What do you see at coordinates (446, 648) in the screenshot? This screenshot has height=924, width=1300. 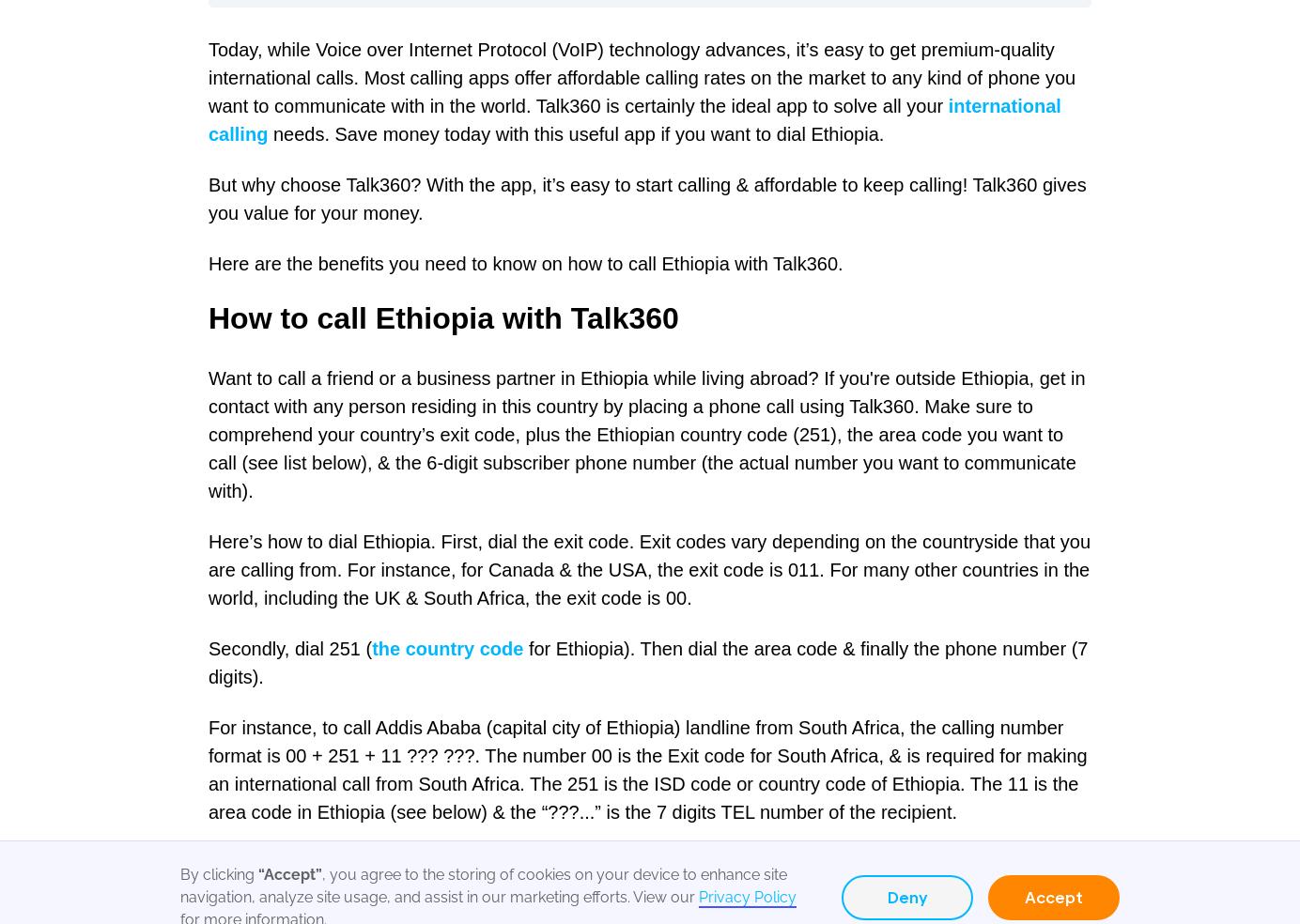 I see `'the country code'` at bounding box center [446, 648].